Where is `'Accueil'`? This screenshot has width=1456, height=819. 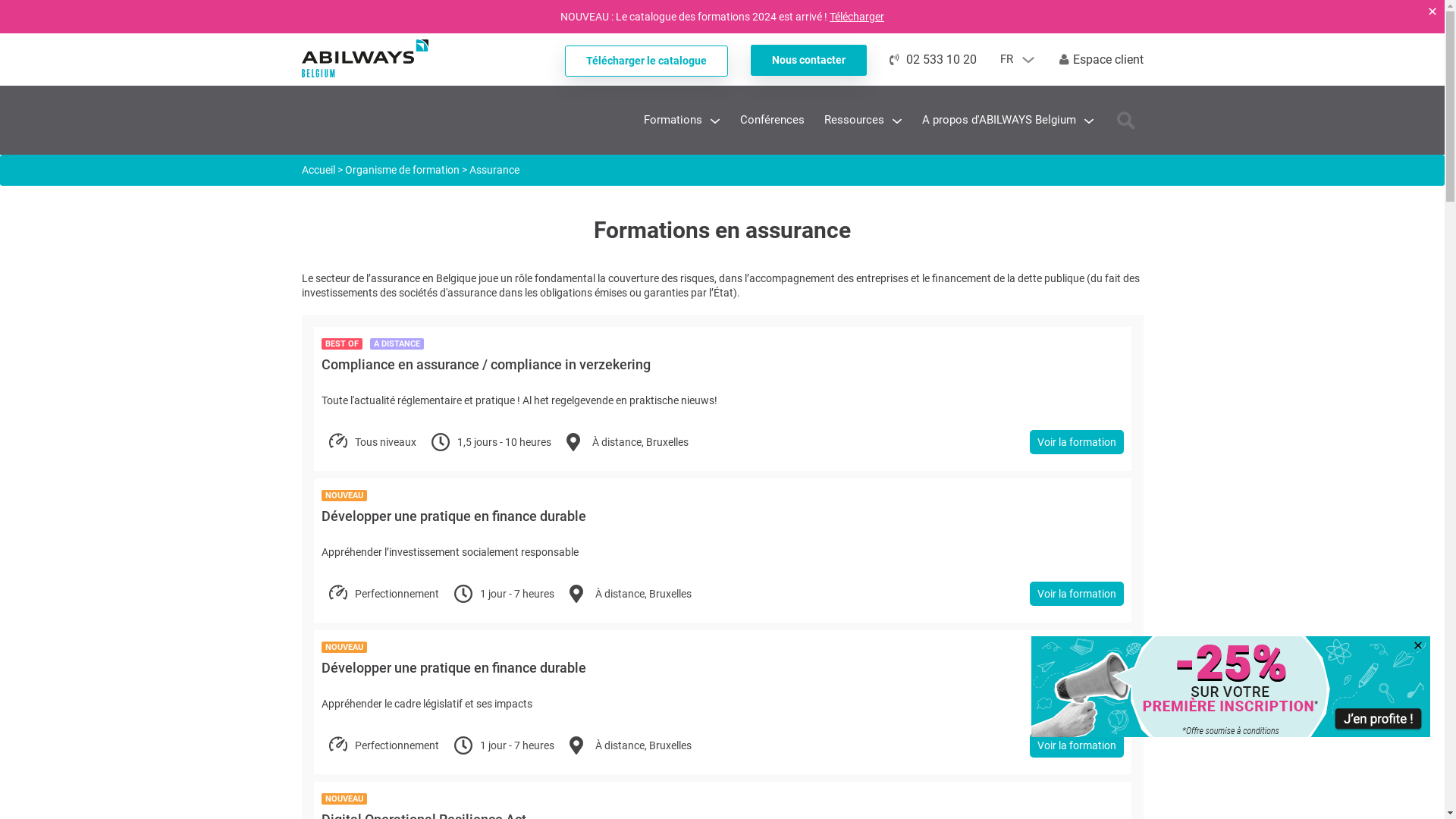
'Accueil' is located at coordinates (318, 169).